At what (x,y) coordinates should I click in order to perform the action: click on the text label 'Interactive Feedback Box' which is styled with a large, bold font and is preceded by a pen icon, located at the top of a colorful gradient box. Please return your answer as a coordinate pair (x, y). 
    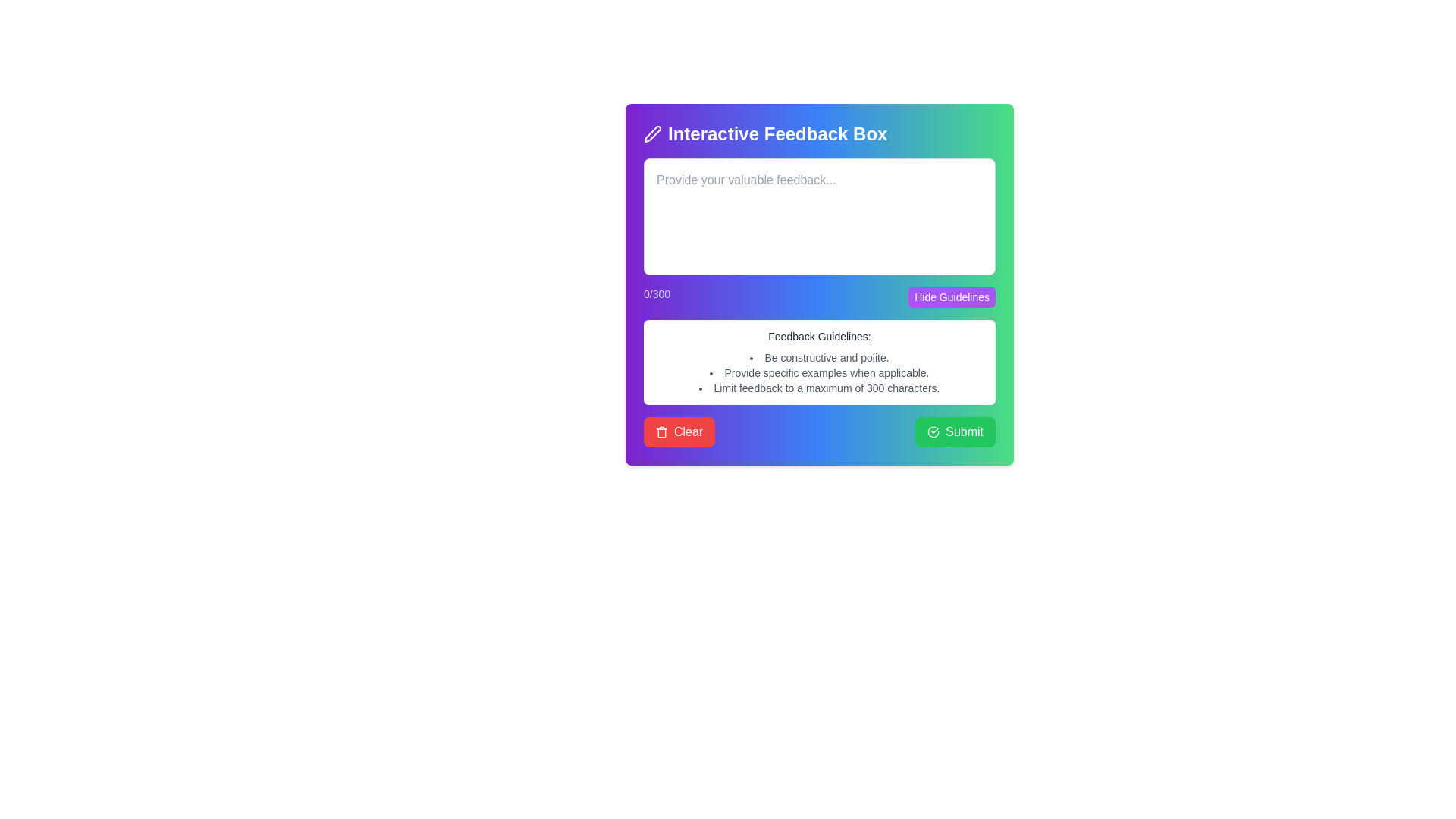
    Looking at the image, I should click on (818, 133).